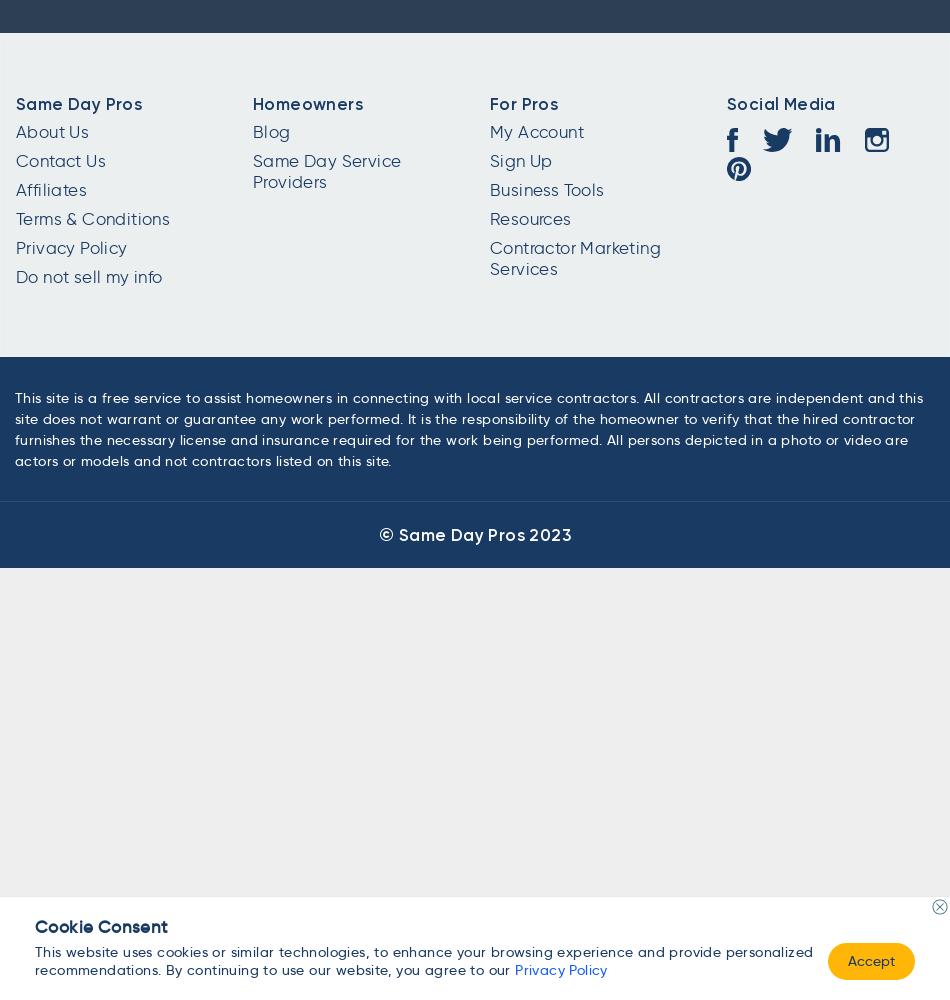  I want to click on 'Terms & Conditions', so click(93, 217).